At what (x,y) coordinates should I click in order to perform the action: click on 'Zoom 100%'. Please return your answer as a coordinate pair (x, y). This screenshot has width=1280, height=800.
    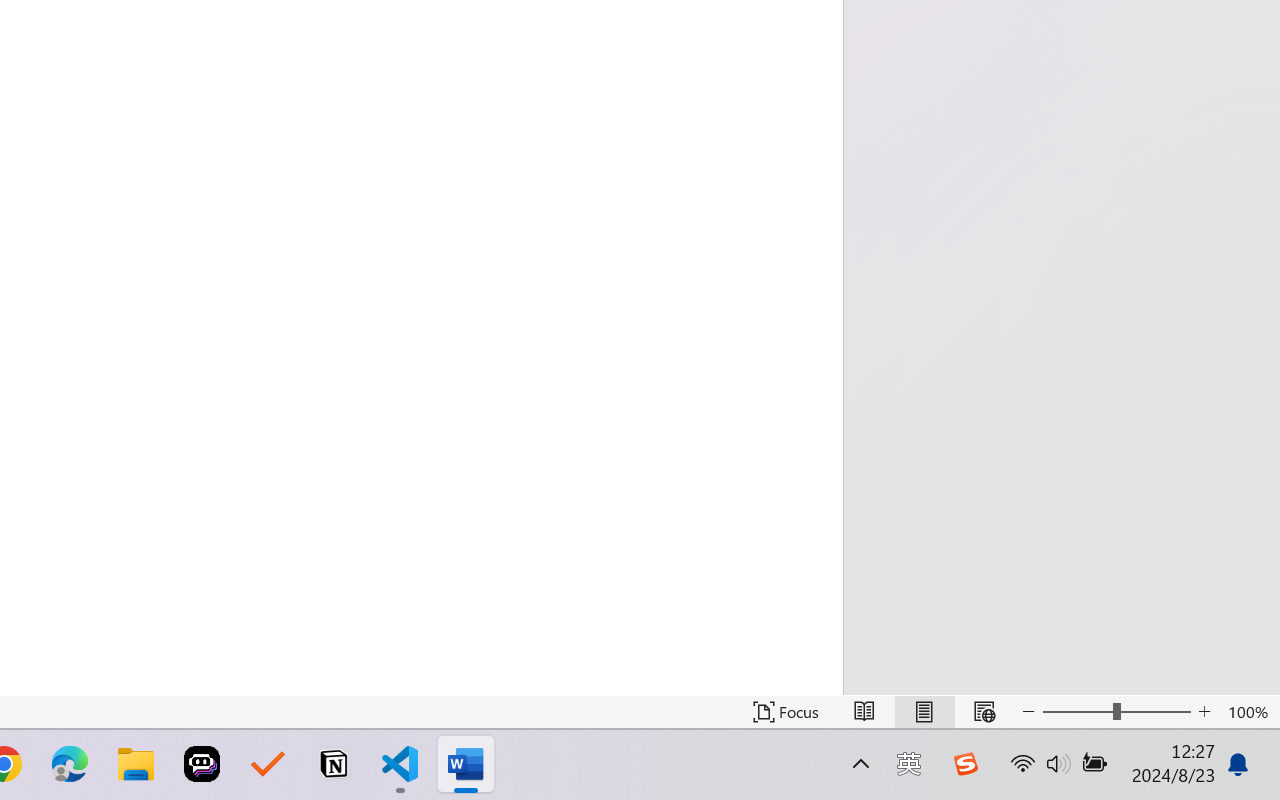
    Looking at the image, I should click on (1248, 711).